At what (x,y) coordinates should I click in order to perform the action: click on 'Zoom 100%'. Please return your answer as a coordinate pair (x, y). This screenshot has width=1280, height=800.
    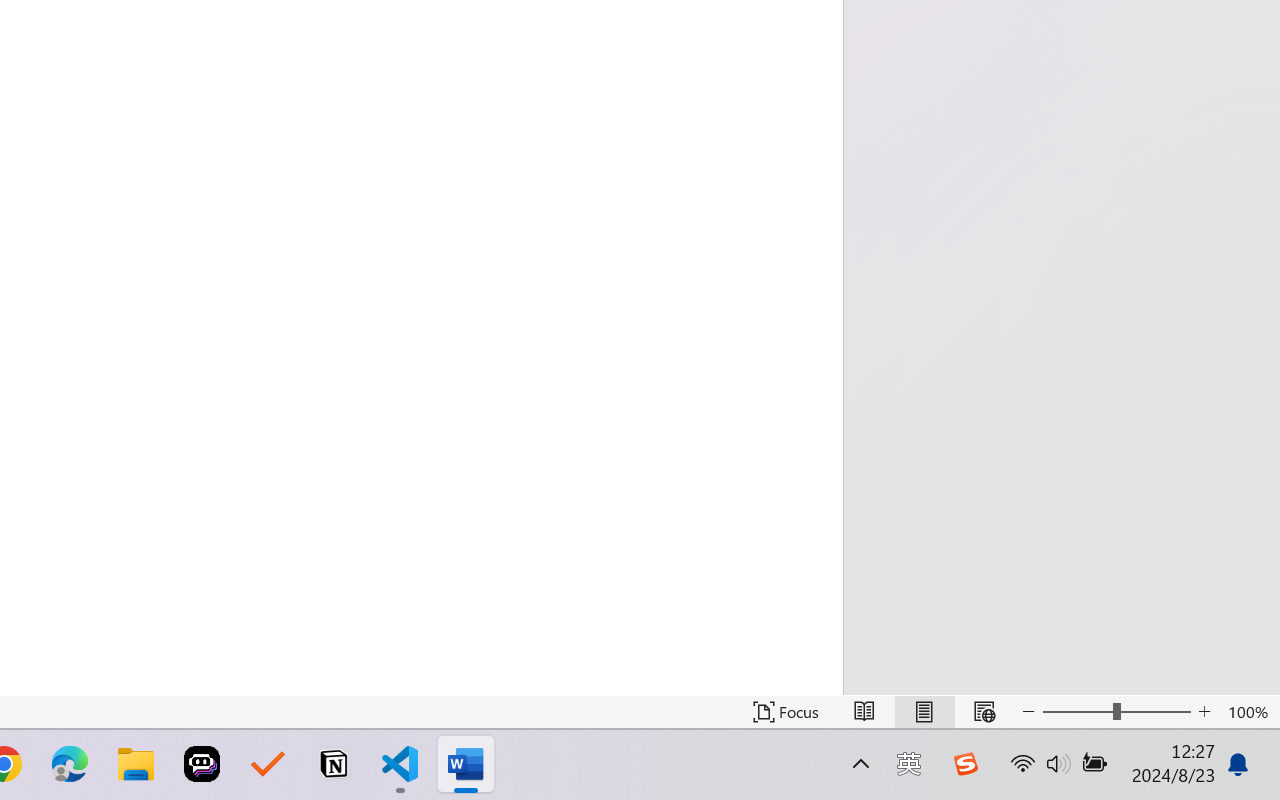
    Looking at the image, I should click on (1248, 711).